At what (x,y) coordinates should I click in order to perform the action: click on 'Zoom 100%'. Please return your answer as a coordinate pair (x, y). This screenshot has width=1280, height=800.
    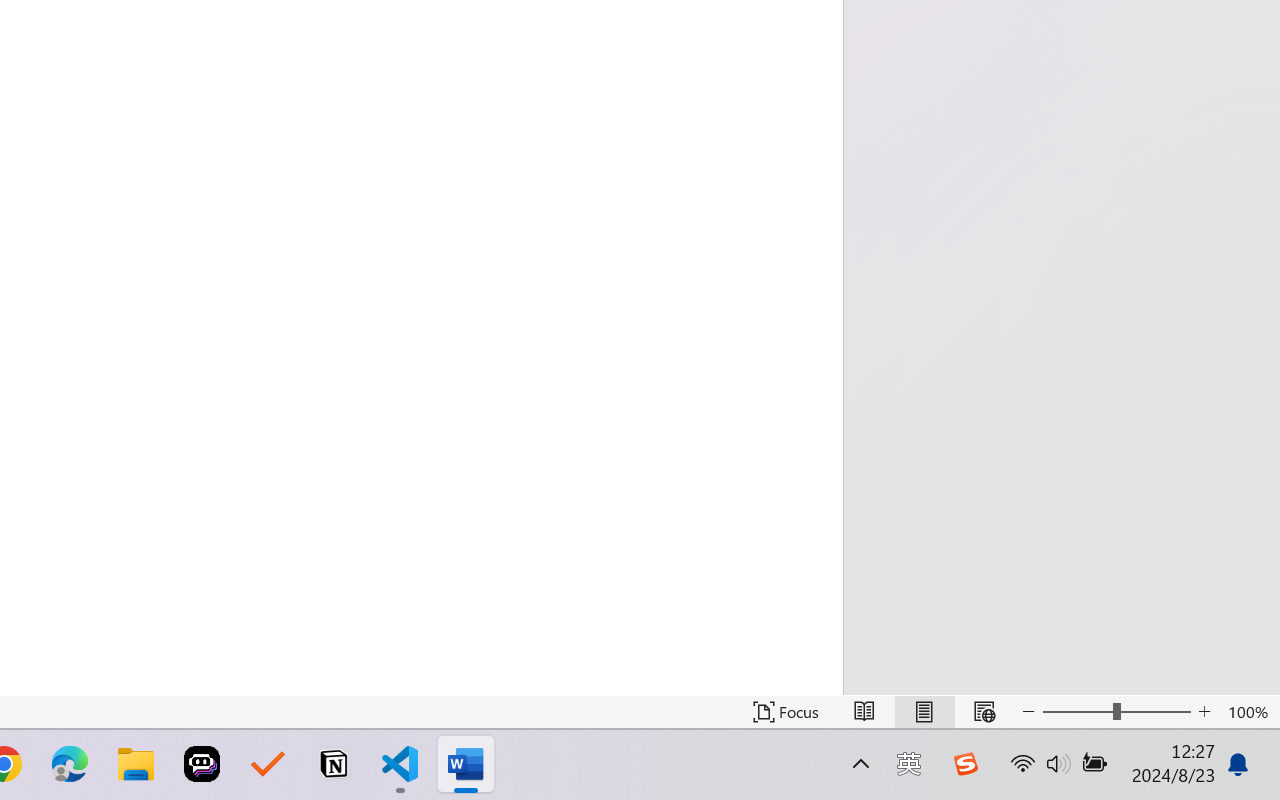
    Looking at the image, I should click on (1248, 711).